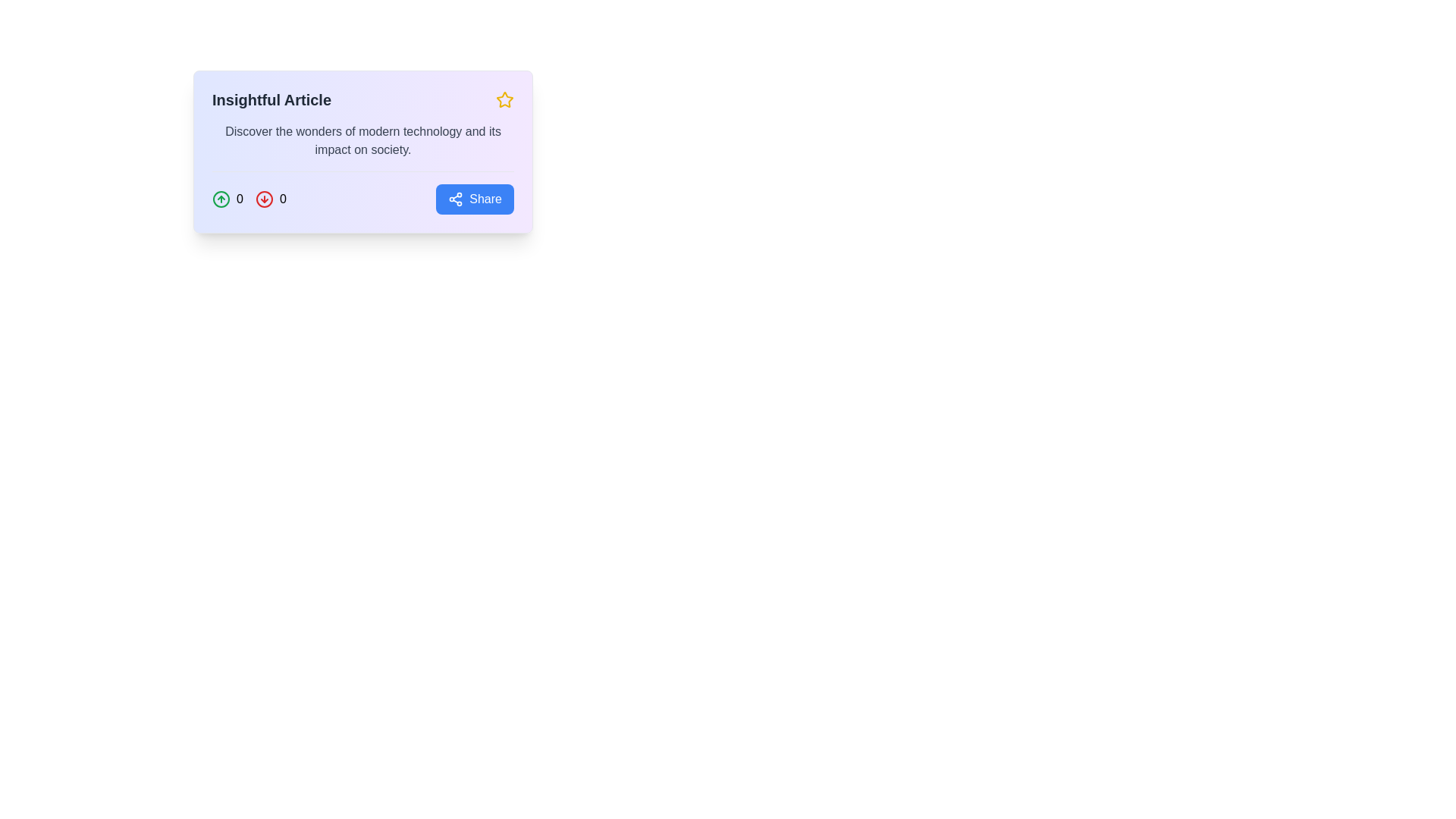  Describe the element at coordinates (227, 198) in the screenshot. I see `the green circular button with an upward arrow and the number '0' to register an upvote` at that location.